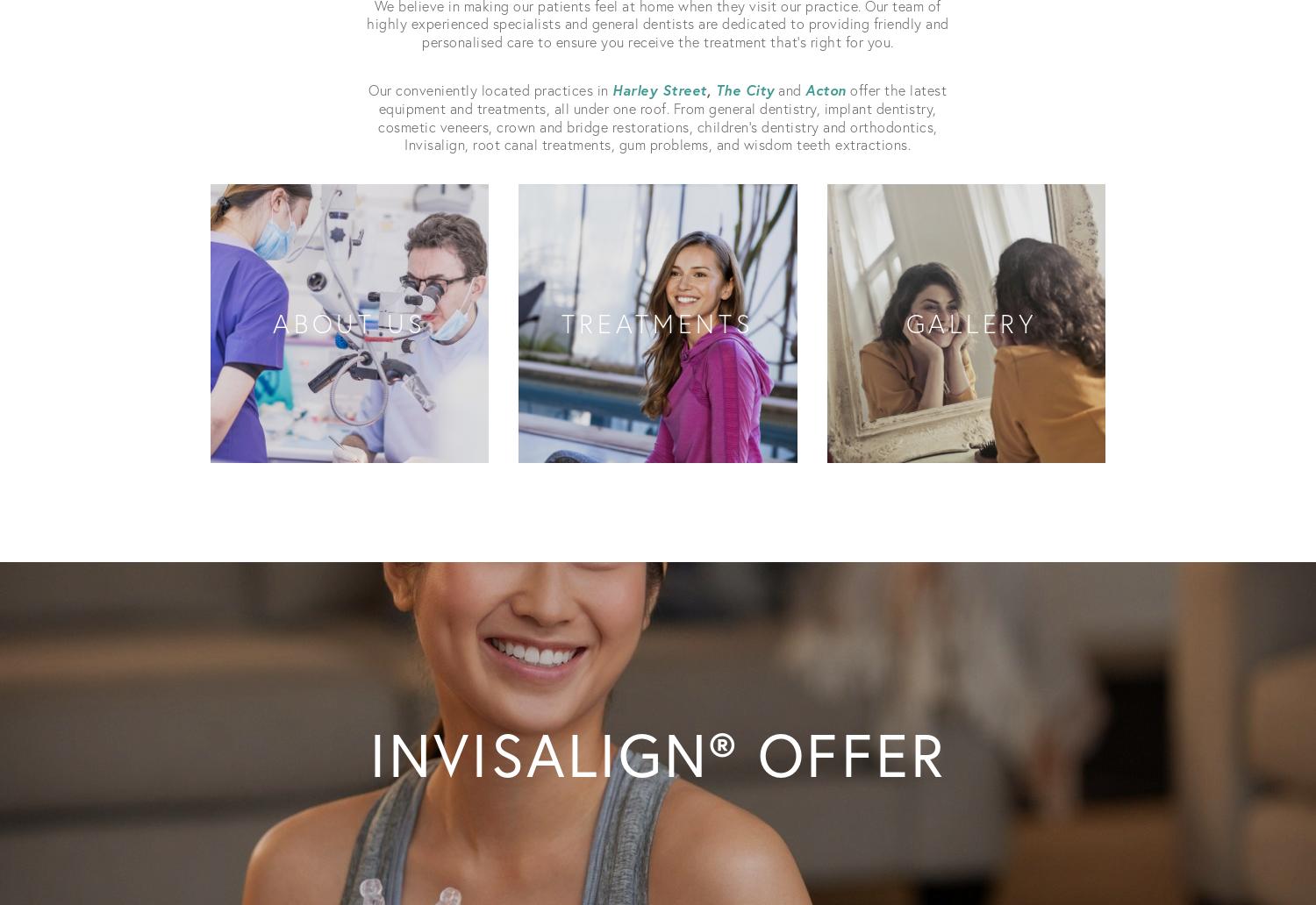 The image size is (1316, 905). I want to click on 'Acton', so click(805, 89).